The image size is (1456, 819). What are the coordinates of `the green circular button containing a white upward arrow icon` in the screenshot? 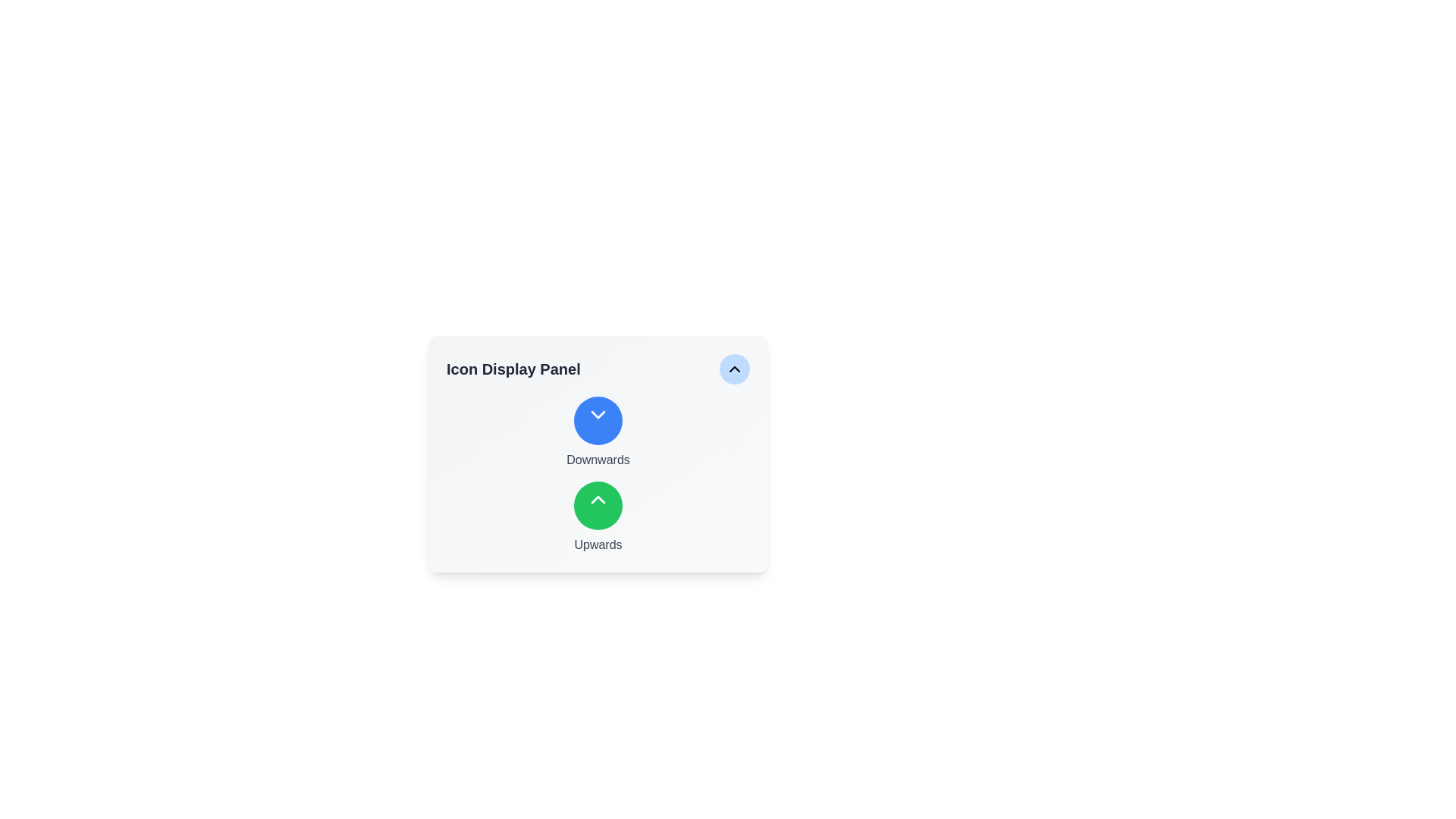 It's located at (597, 503).